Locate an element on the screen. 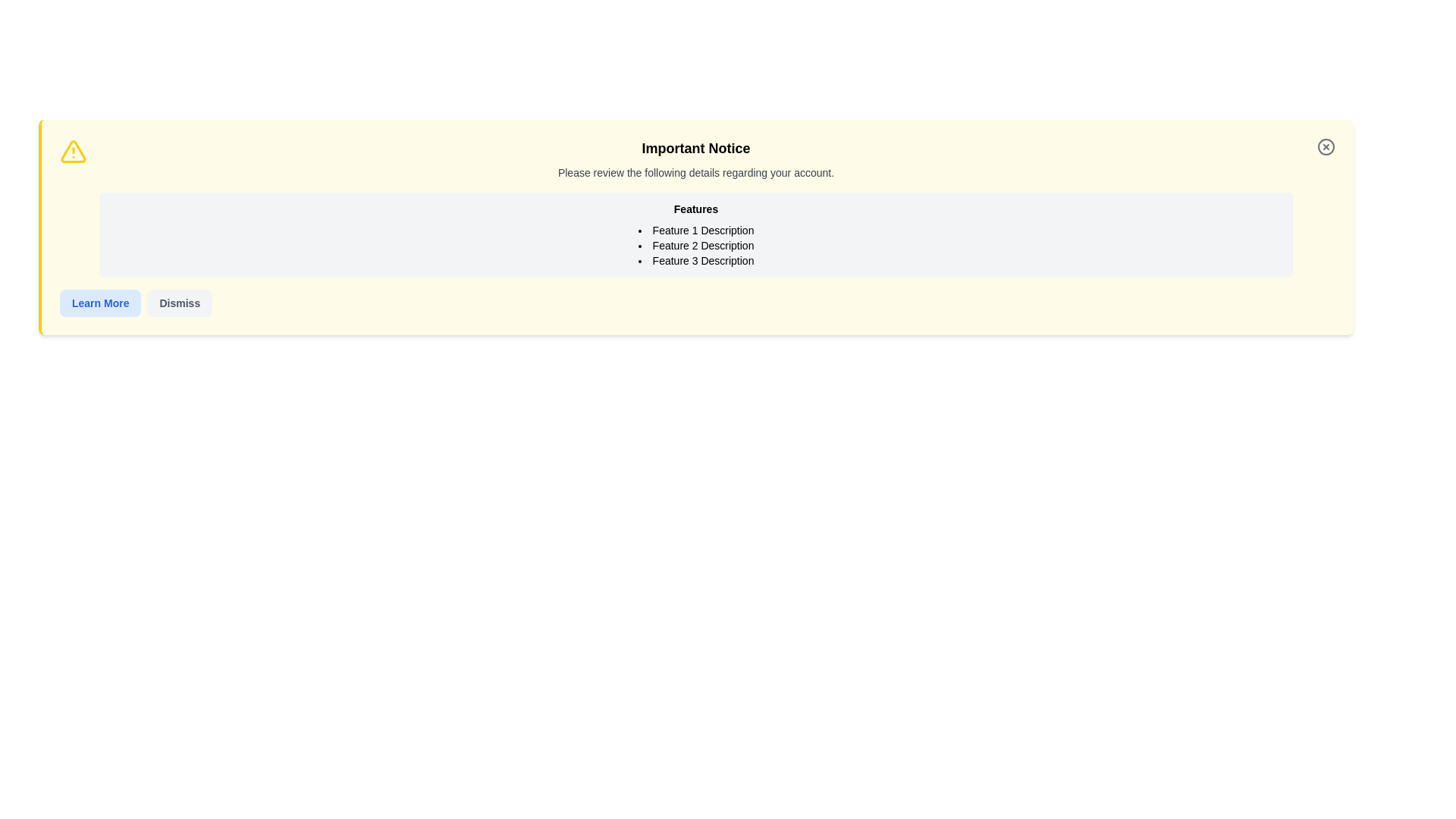 The height and width of the screenshot is (819, 1456). the second item in the bulleted list under the heading 'Features', which serves as a descriptive text entry about a specific feature is located at coordinates (695, 245).